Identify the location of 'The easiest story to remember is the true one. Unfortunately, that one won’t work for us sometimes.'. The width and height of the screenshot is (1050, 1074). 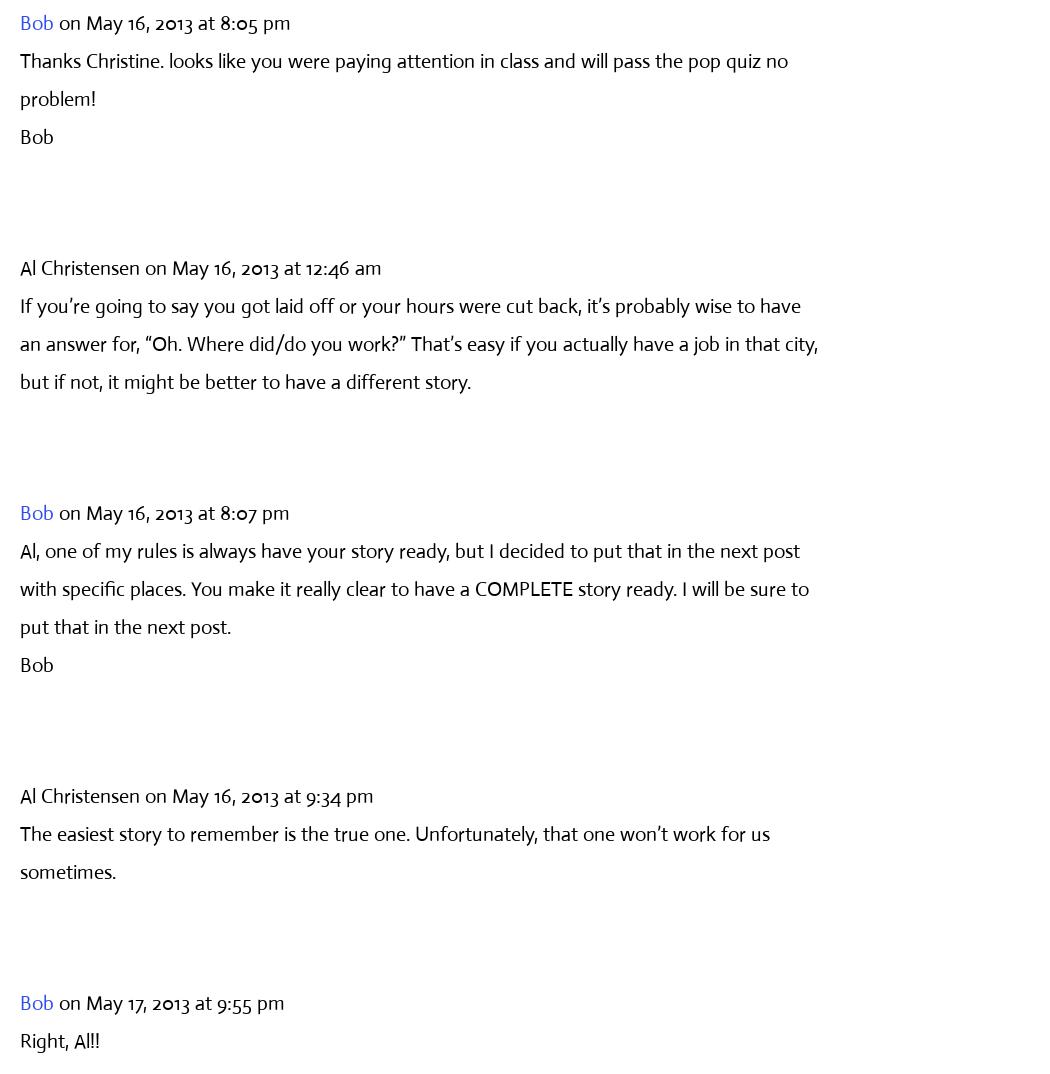
(395, 852).